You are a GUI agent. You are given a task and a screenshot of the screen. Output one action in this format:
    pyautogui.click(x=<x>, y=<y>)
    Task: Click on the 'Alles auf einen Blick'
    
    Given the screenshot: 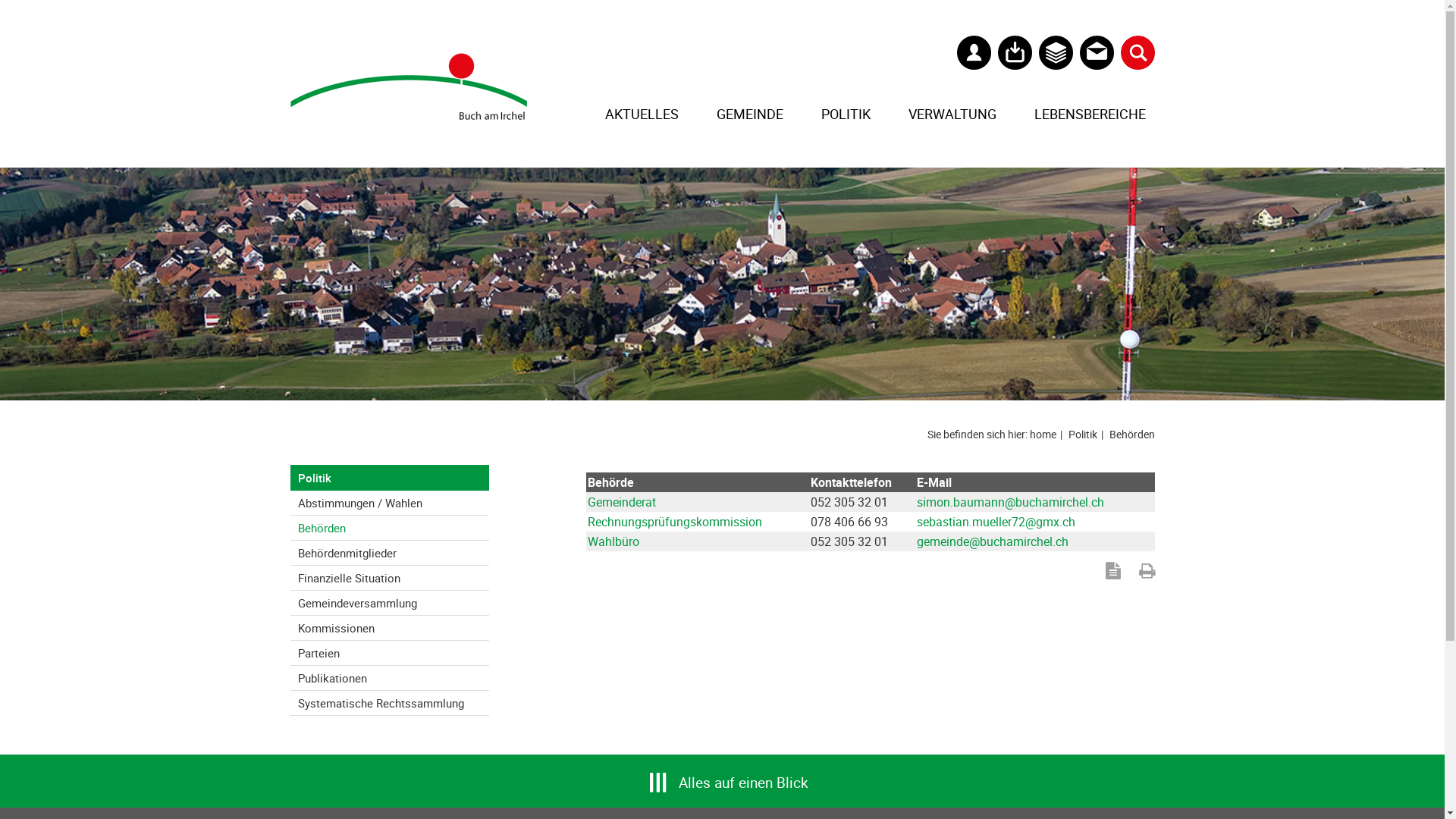 What is the action you would take?
    pyautogui.click(x=677, y=775)
    